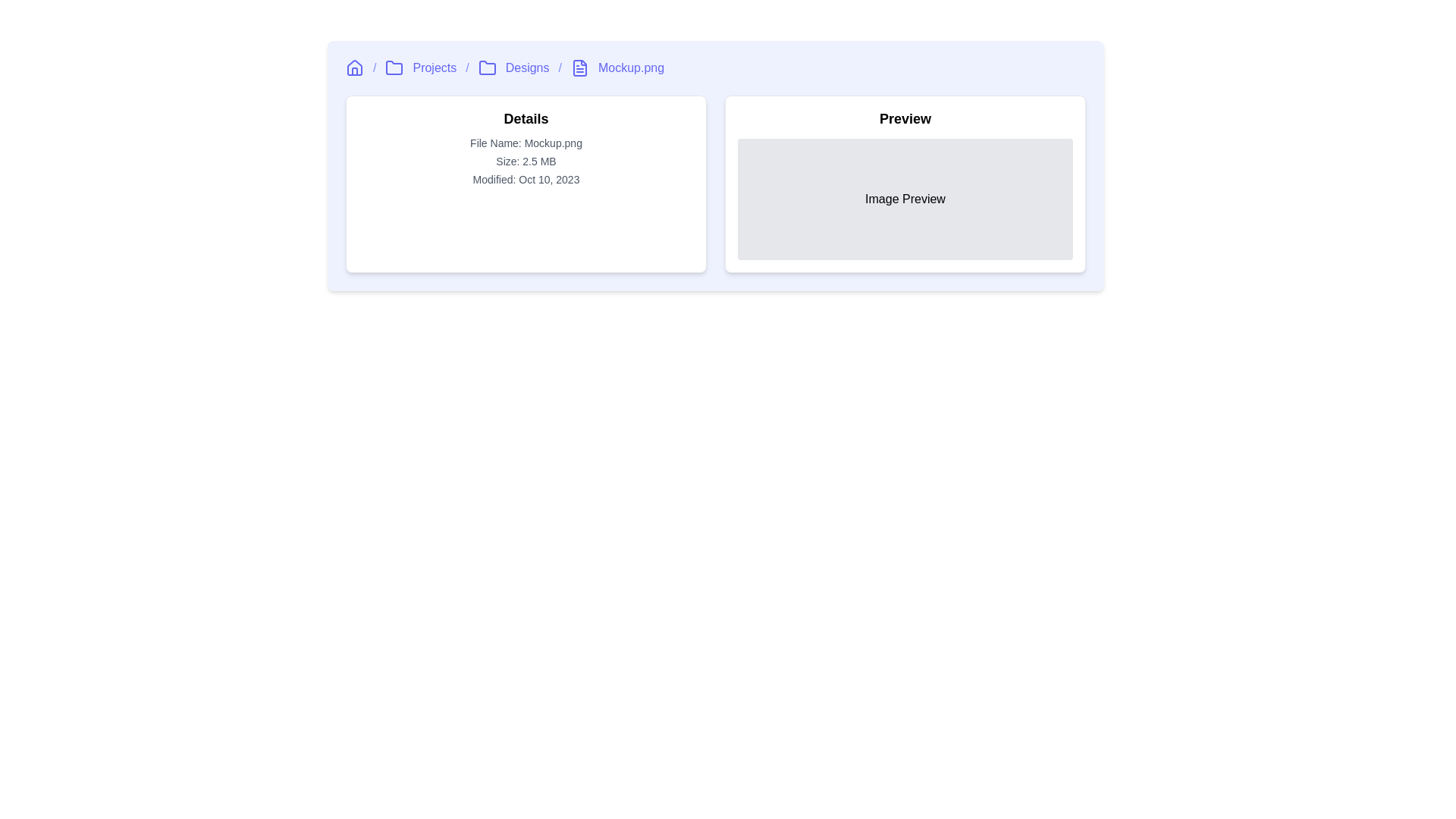 The image size is (1456, 819). I want to click on the blue folder icon in the breadcrumb navigation bar, which is the second element following the home icon and before the 'Projects' label, so click(394, 67).